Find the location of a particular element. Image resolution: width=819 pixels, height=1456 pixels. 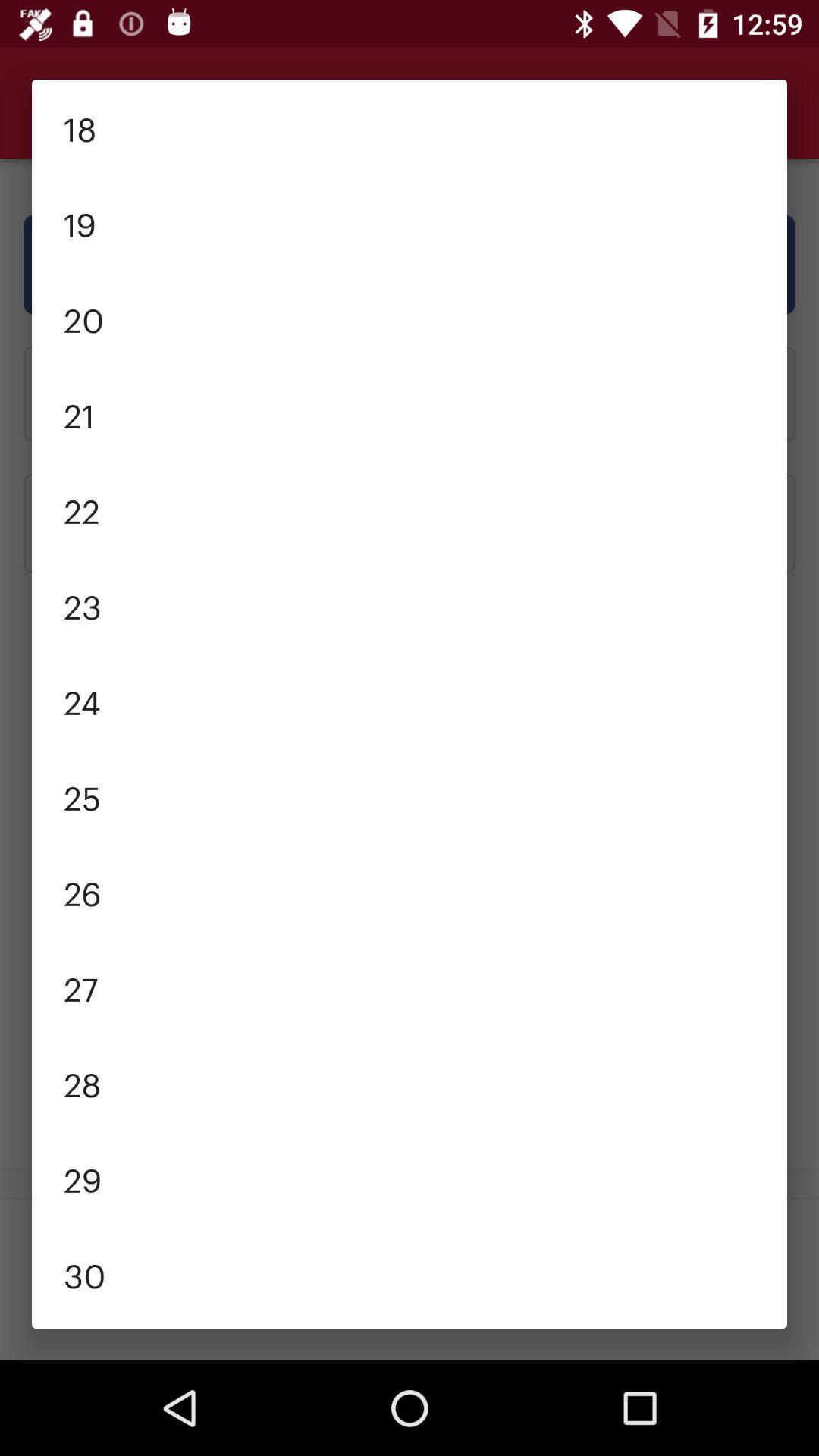

31 is located at coordinates (409, 1324).